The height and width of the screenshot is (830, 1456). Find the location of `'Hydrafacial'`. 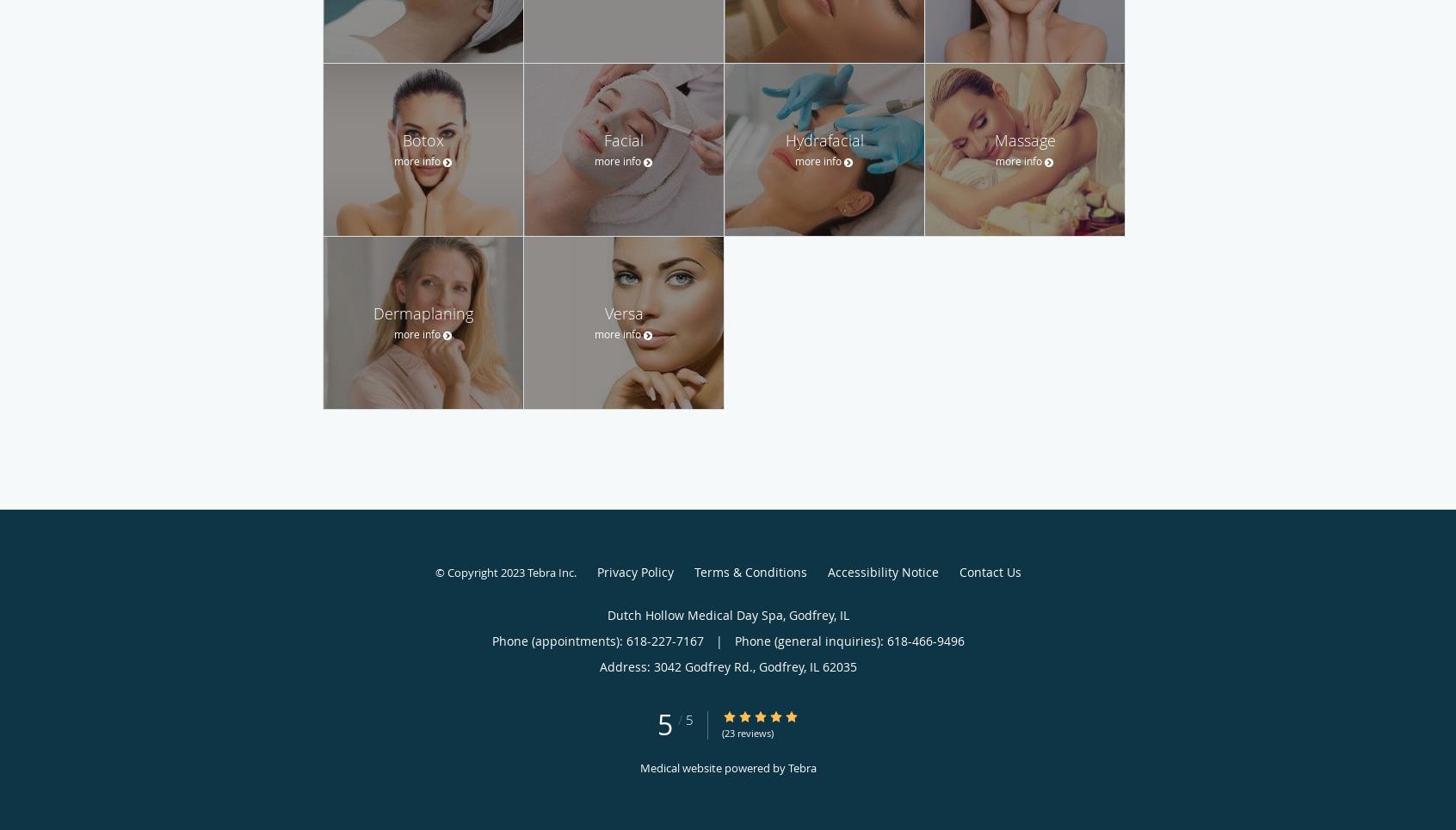

'Hydrafacial' is located at coordinates (824, 139).